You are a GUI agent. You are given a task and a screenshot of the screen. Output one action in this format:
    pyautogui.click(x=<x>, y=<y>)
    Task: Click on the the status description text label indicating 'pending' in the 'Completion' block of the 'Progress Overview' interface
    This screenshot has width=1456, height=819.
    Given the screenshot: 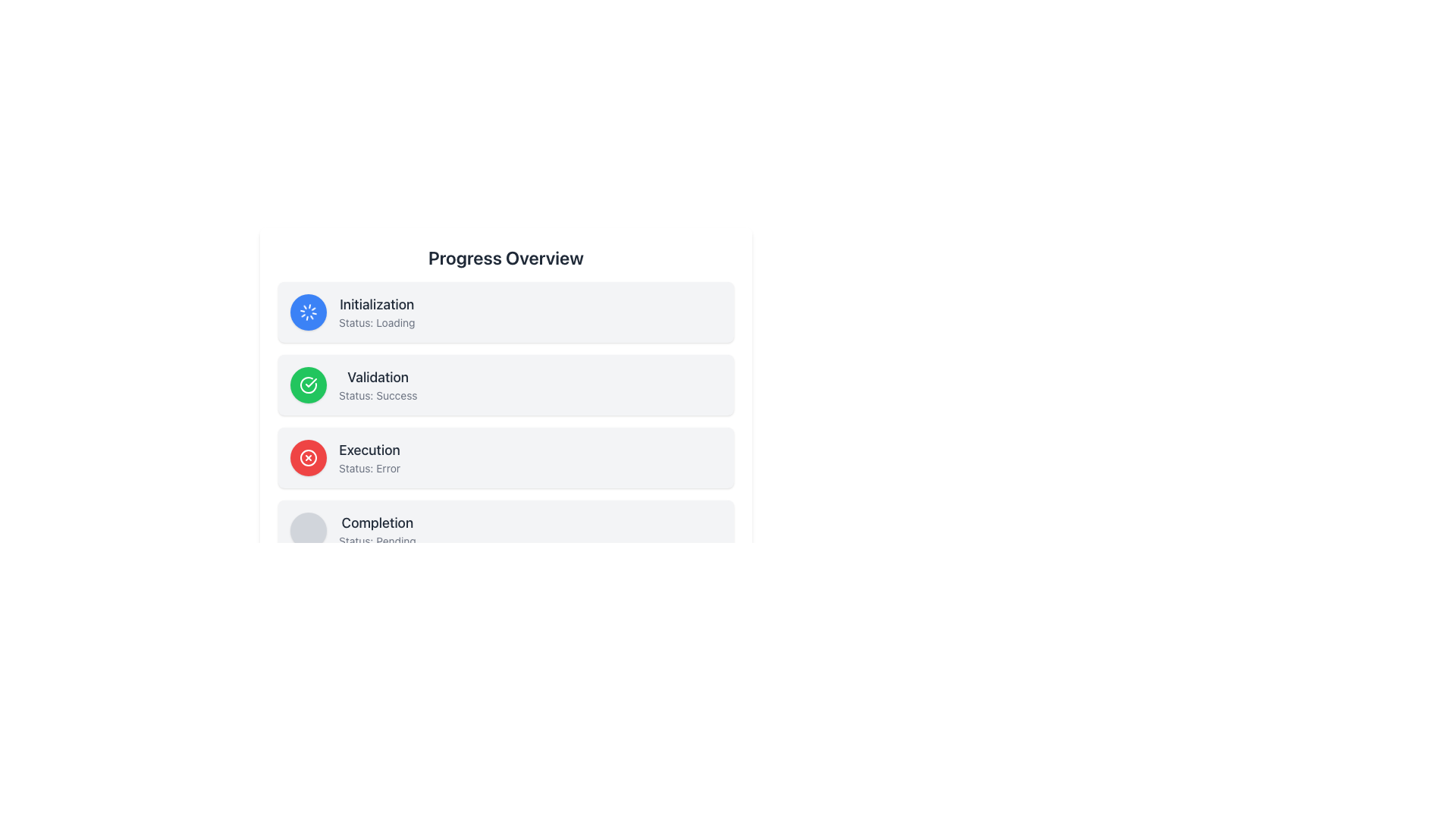 What is the action you would take?
    pyautogui.click(x=377, y=540)
    